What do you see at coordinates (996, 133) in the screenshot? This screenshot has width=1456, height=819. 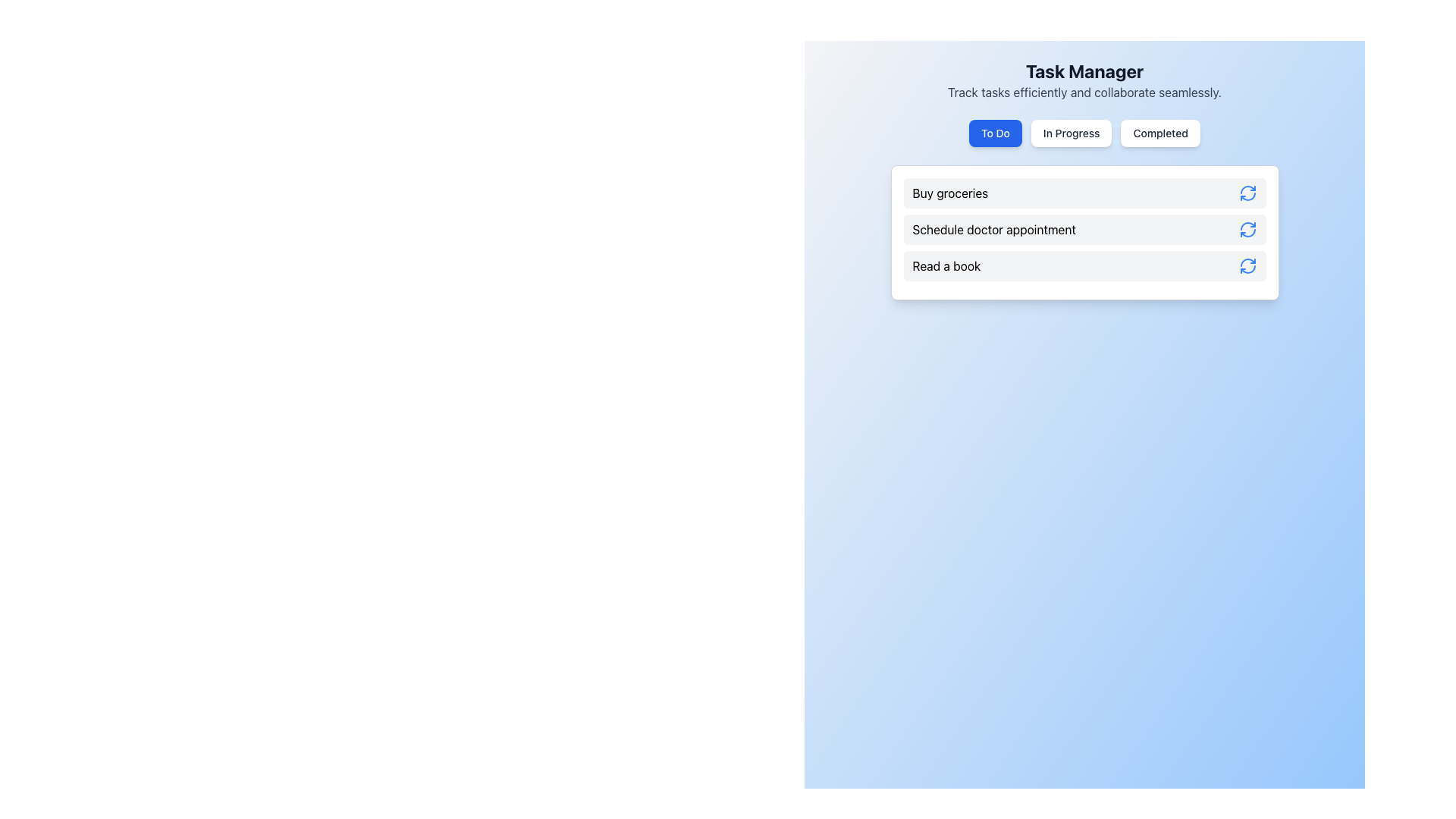 I see `the 'To Do' button, which is a rectangular button with rounded corners, a blue background, and white text` at bounding box center [996, 133].